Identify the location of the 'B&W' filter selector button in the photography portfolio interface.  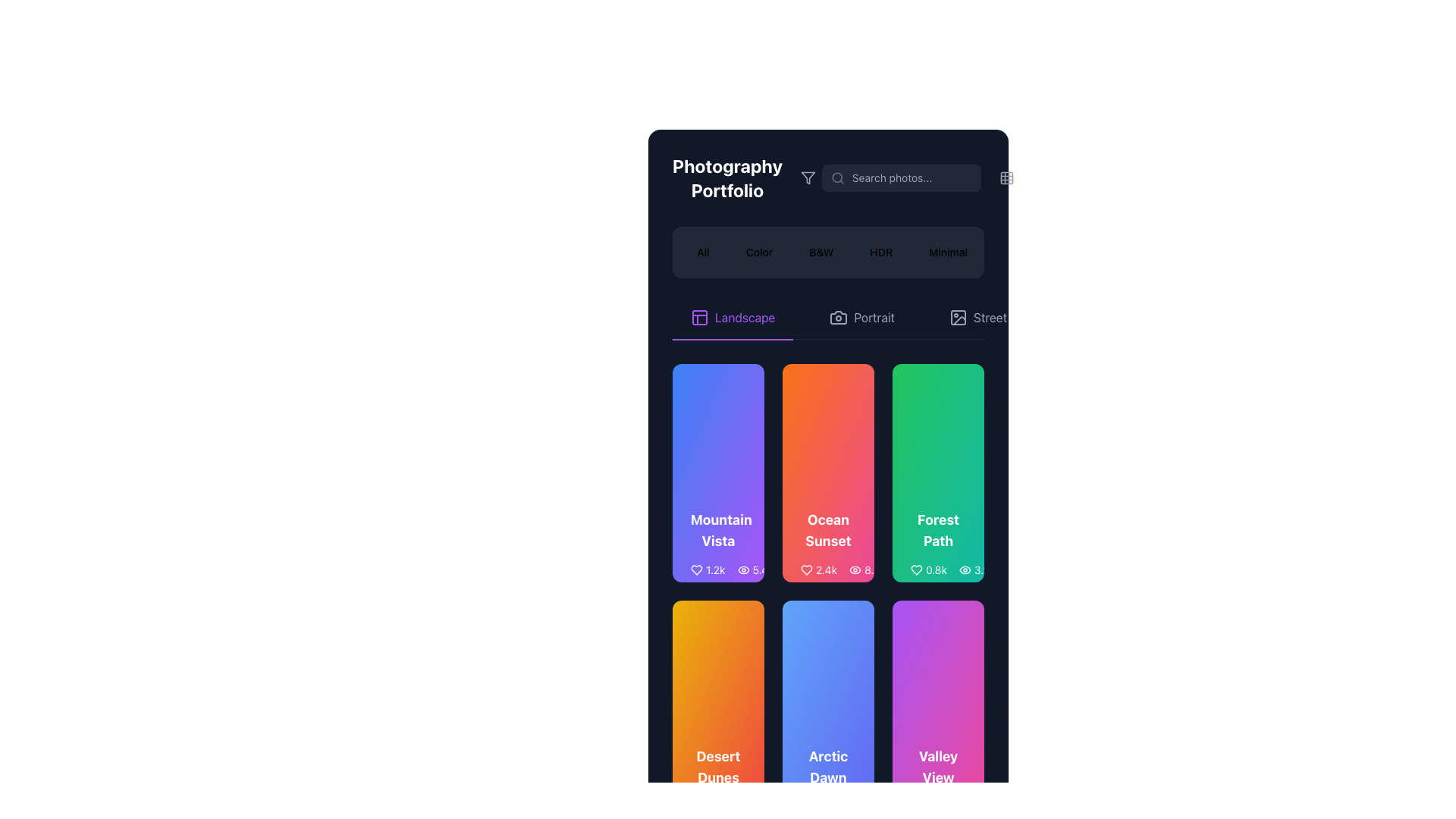
(821, 251).